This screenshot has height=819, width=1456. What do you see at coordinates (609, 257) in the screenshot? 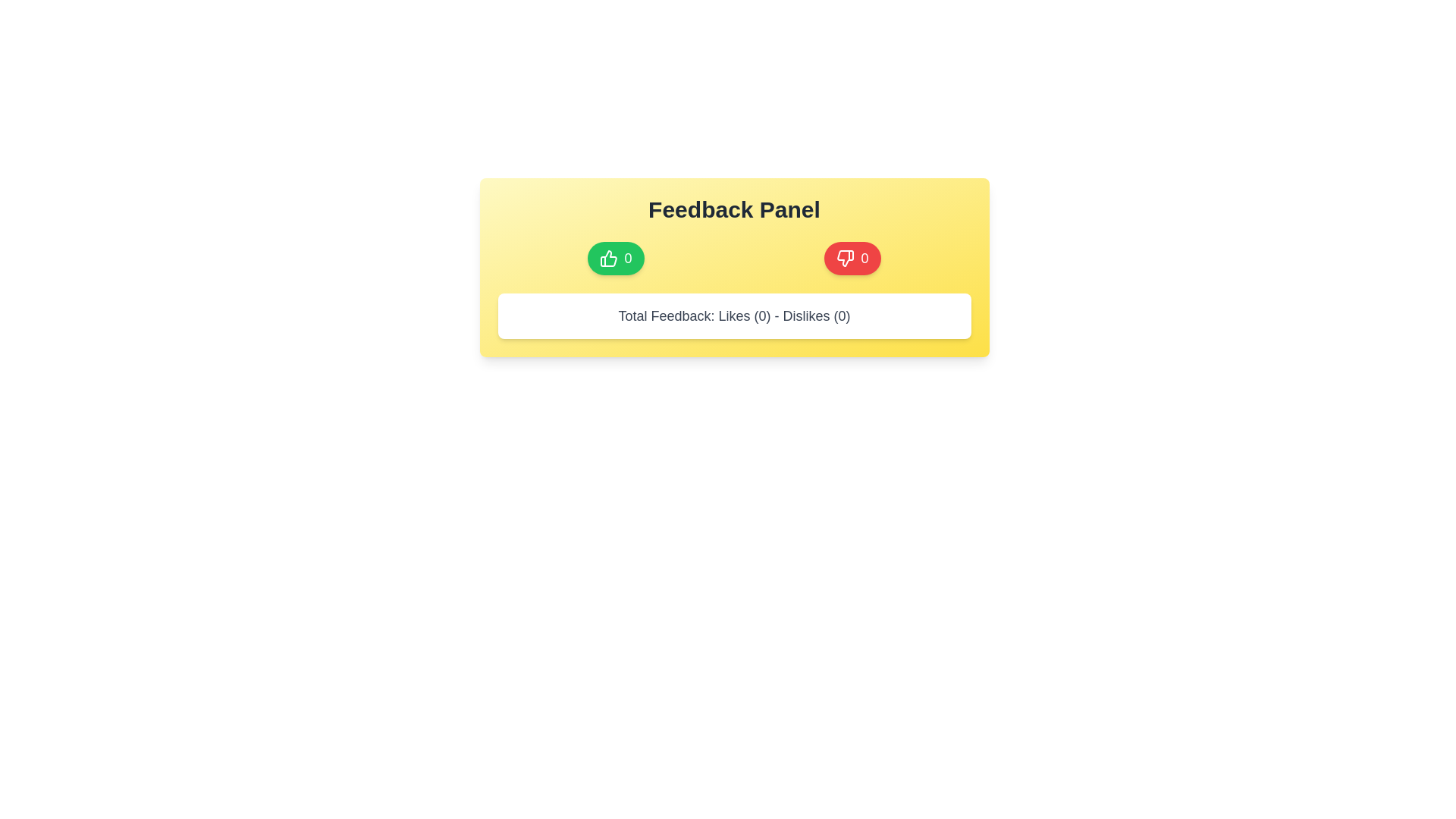
I see `the green thumbs-up icon located within the green circular button on the left side of the feedback panel to invoke an action` at bounding box center [609, 257].